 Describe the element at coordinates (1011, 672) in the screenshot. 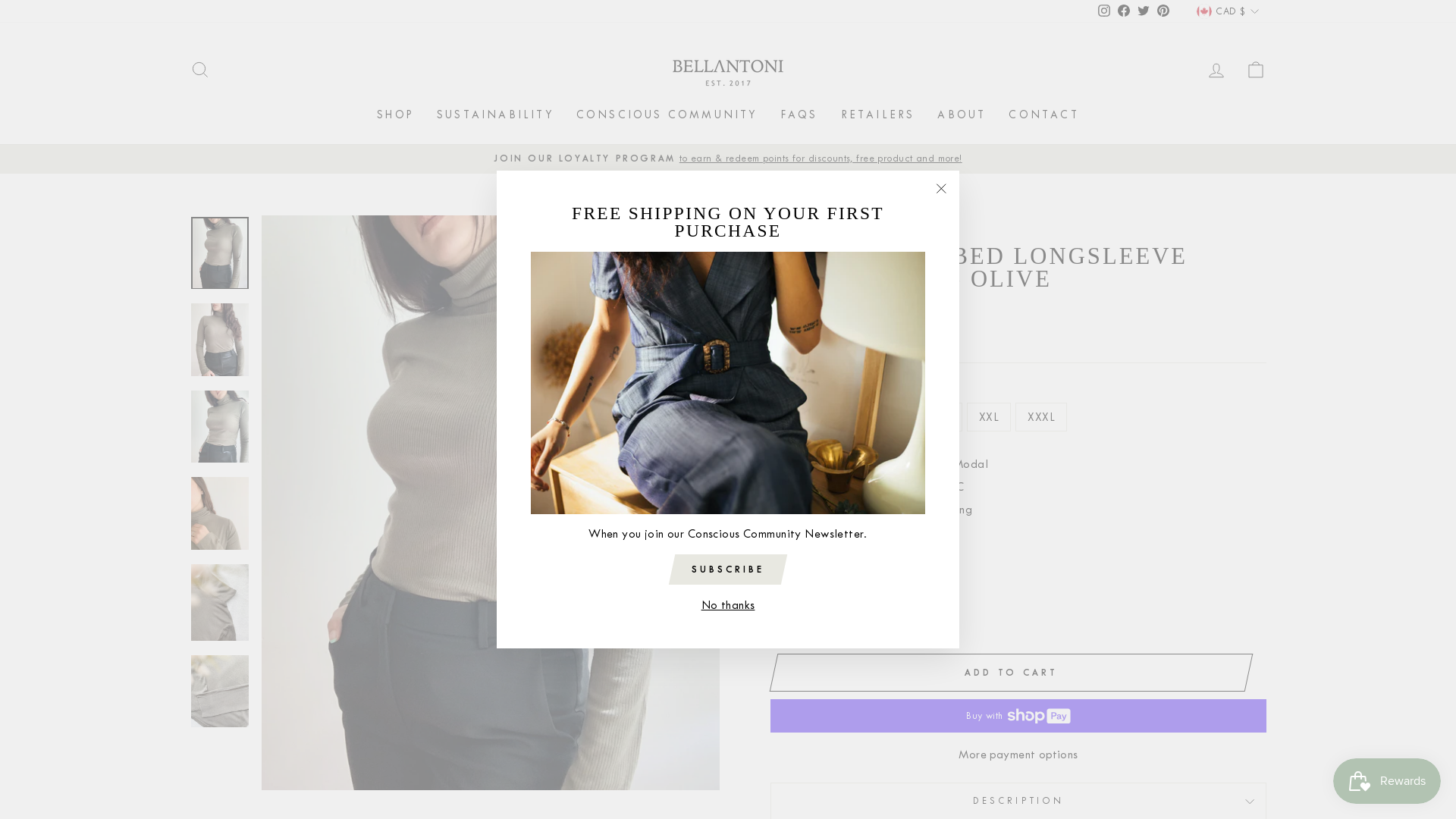

I see `'ADD TO CART'` at that location.